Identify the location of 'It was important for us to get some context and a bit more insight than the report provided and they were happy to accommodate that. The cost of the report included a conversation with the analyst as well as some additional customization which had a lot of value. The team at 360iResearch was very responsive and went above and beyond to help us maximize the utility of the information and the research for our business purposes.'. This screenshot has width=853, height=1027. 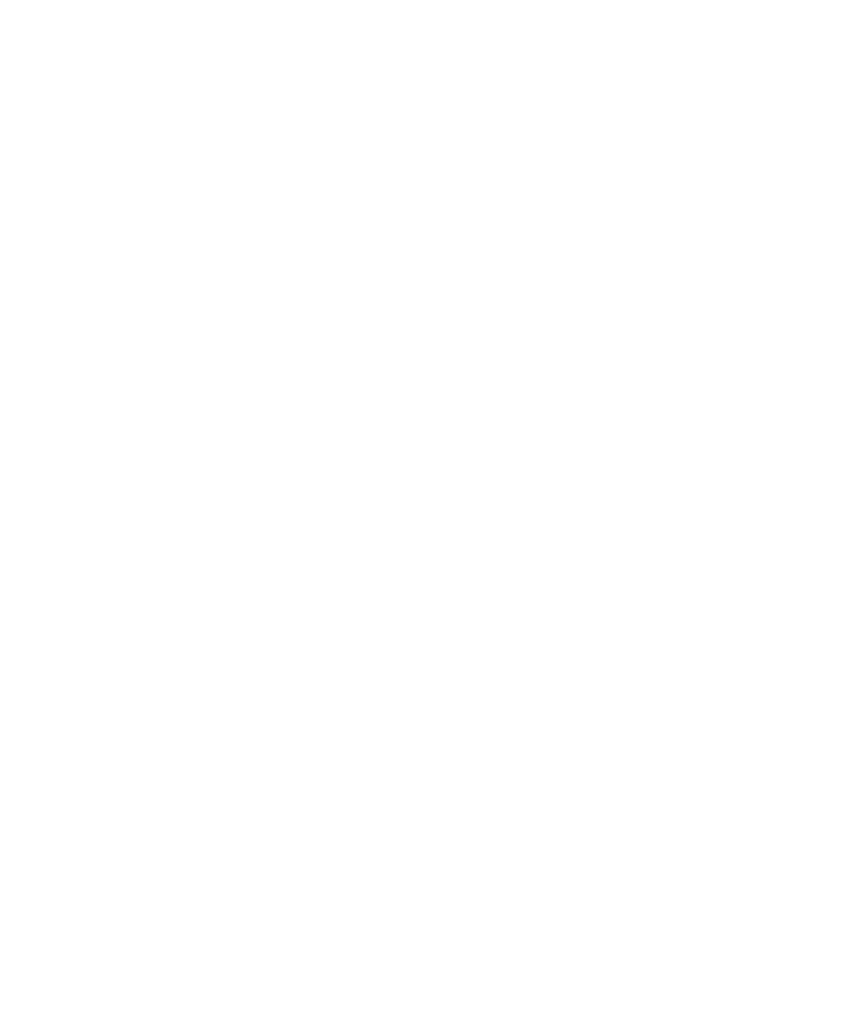
(370, 103).